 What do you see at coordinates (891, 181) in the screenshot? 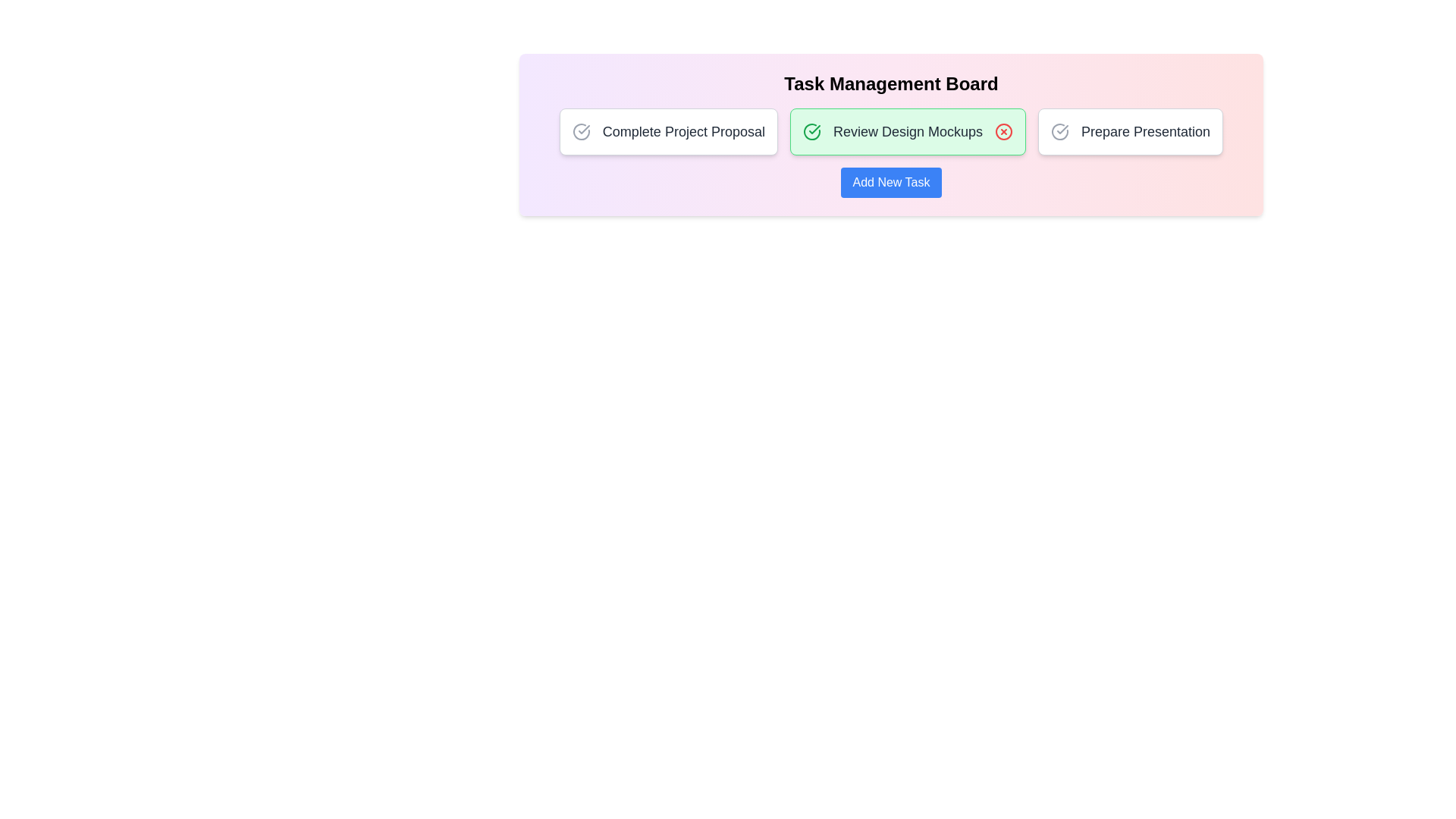
I see `the 'Add New Task' button` at bounding box center [891, 181].